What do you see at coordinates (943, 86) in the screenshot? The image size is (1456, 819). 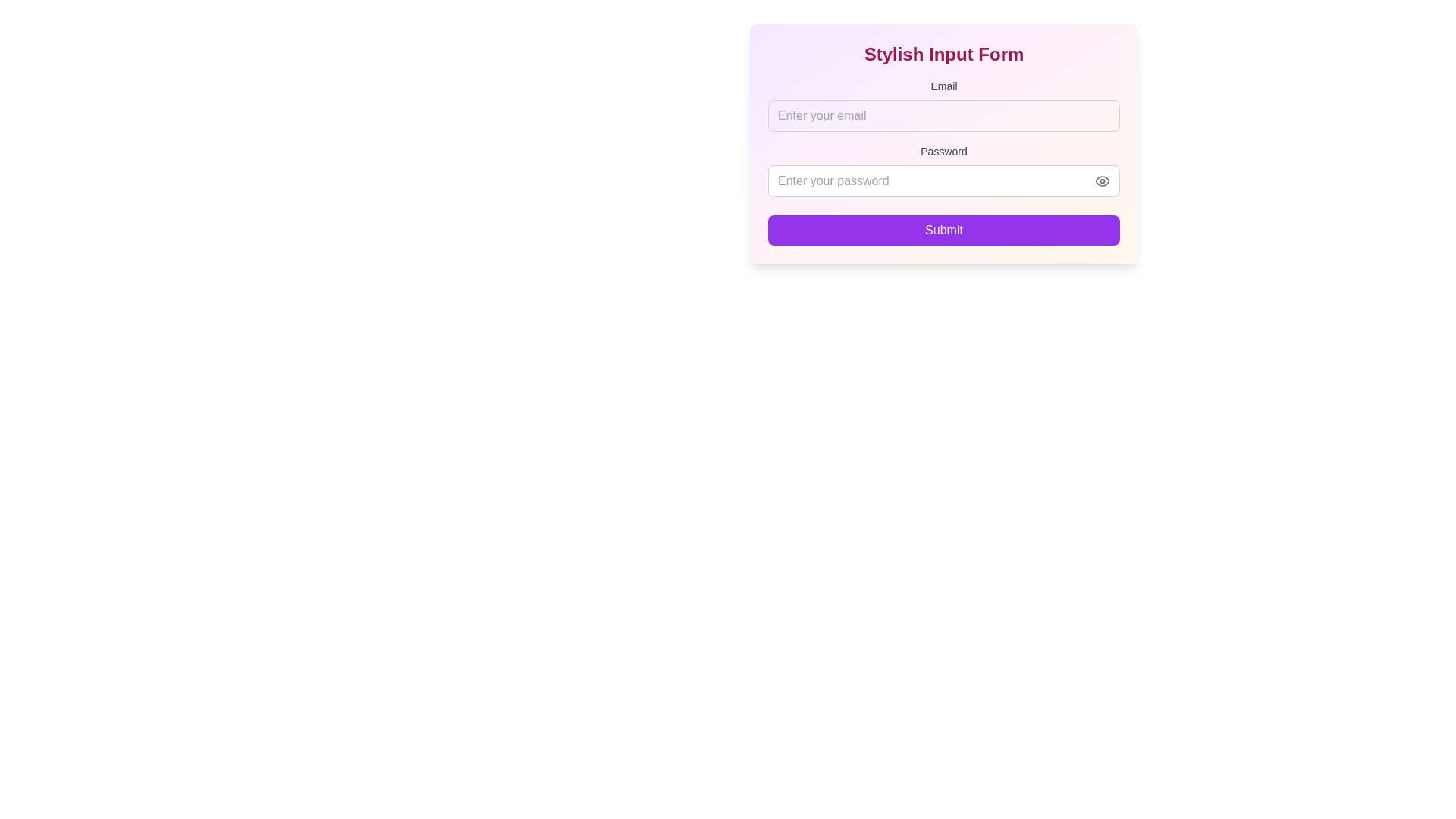 I see `the text label displaying 'Email' in gray font, located at the top left of the email input field` at bounding box center [943, 86].